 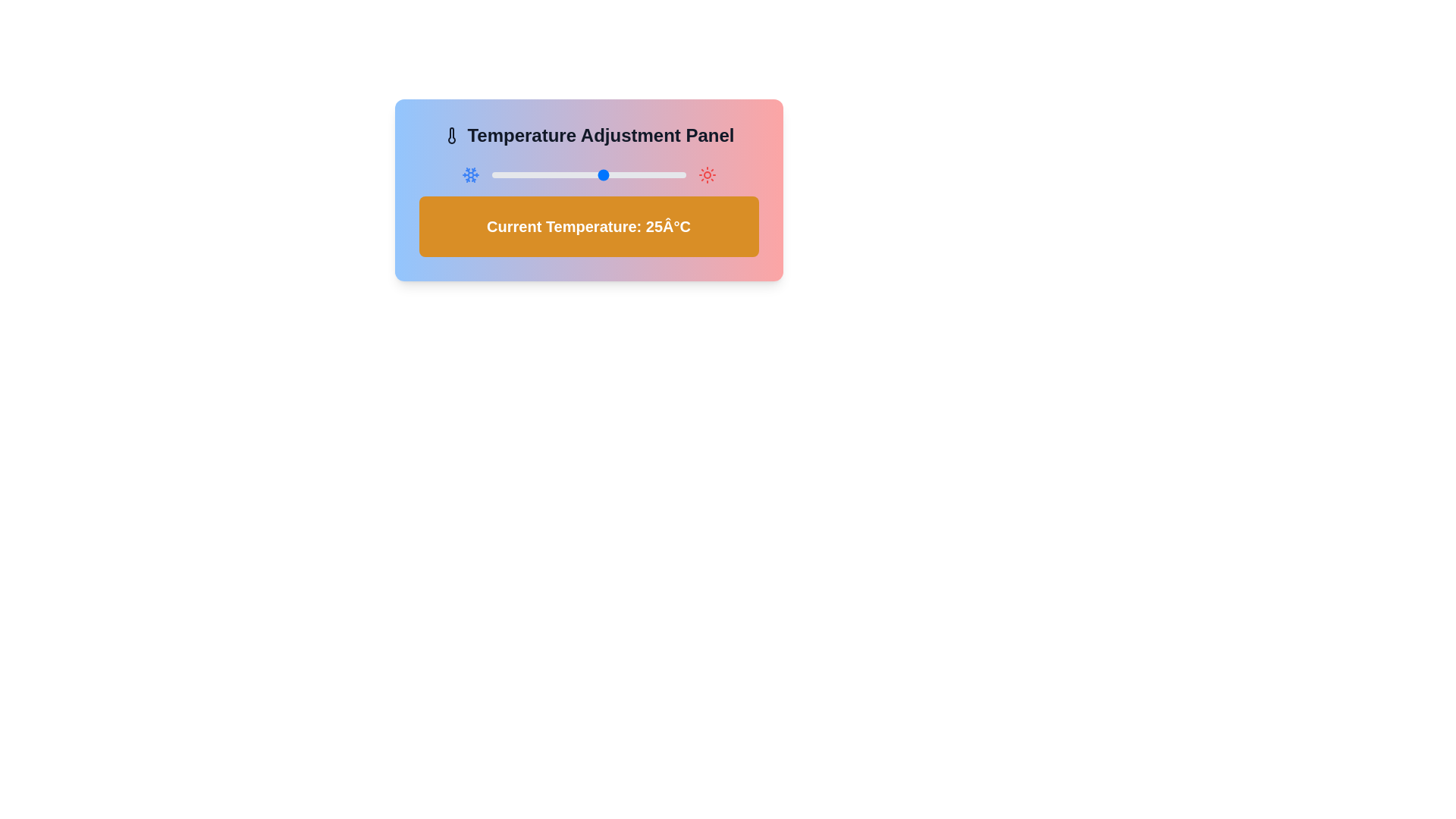 What do you see at coordinates (585, 174) in the screenshot?
I see `the temperature slider to set the temperature to 19°C` at bounding box center [585, 174].